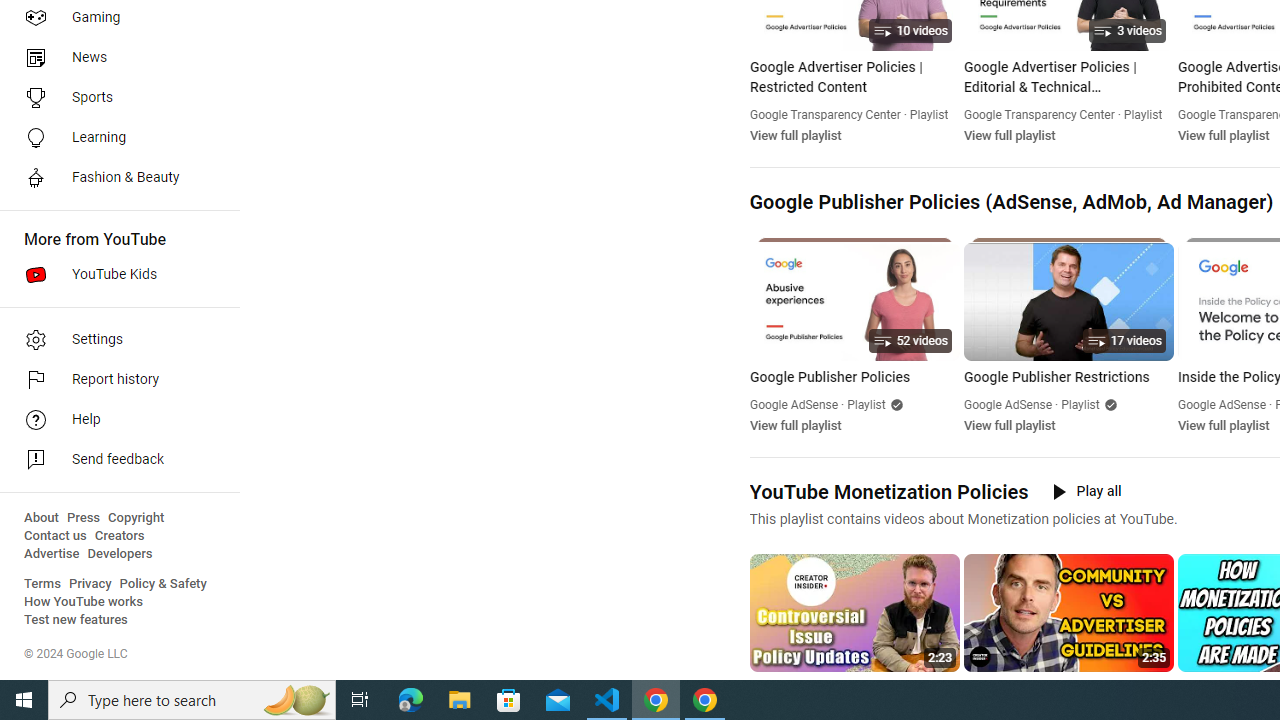 The height and width of the screenshot is (720, 1280). Describe the element at coordinates (887, 492) in the screenshot. I see `'YouTube Monetization Policies'` at that location.